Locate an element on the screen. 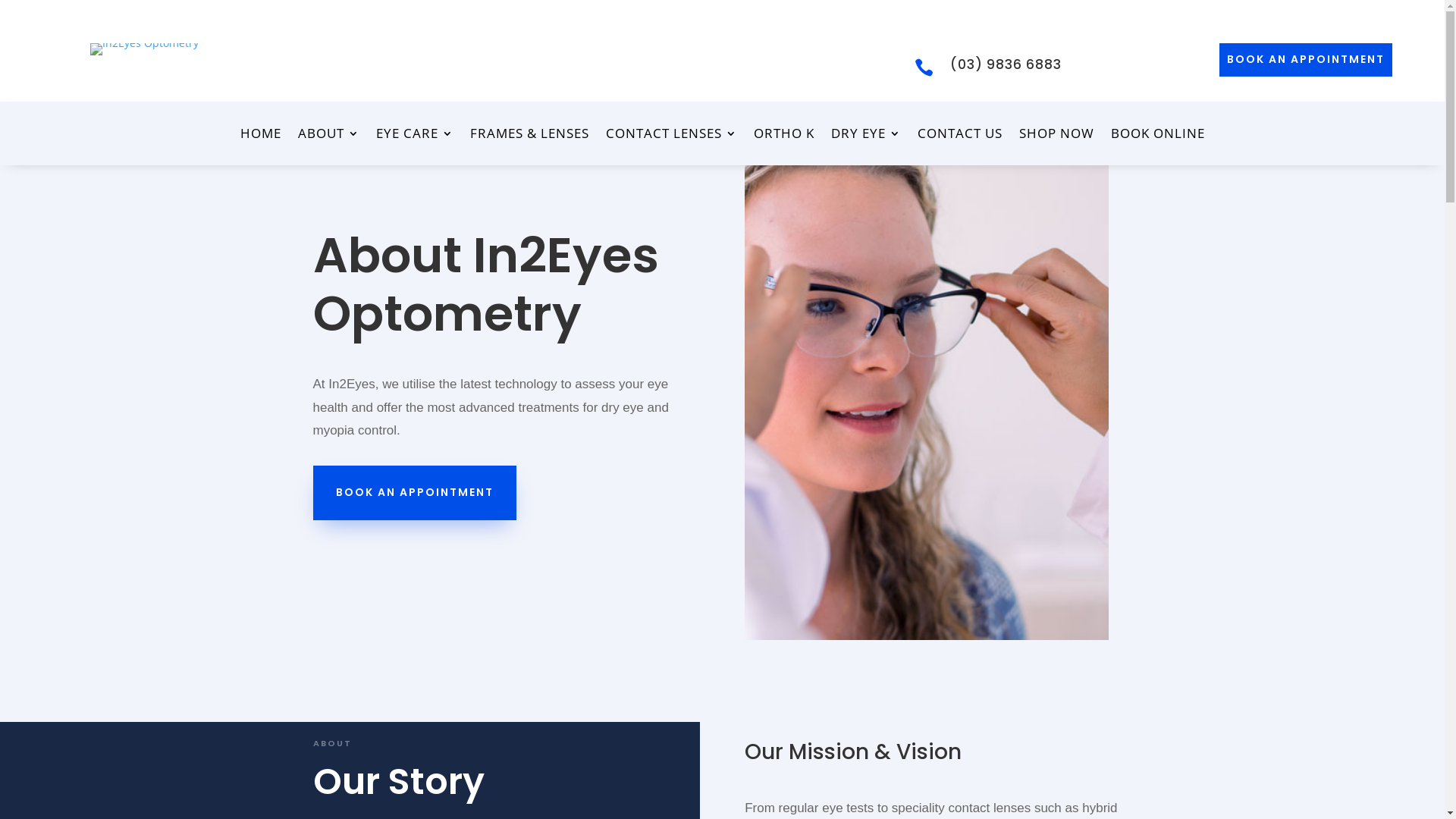 Image resolution: width=1456 pixels, height=819 pixels. '(03) 9836 6883' is located at coordinates (1006, 63).